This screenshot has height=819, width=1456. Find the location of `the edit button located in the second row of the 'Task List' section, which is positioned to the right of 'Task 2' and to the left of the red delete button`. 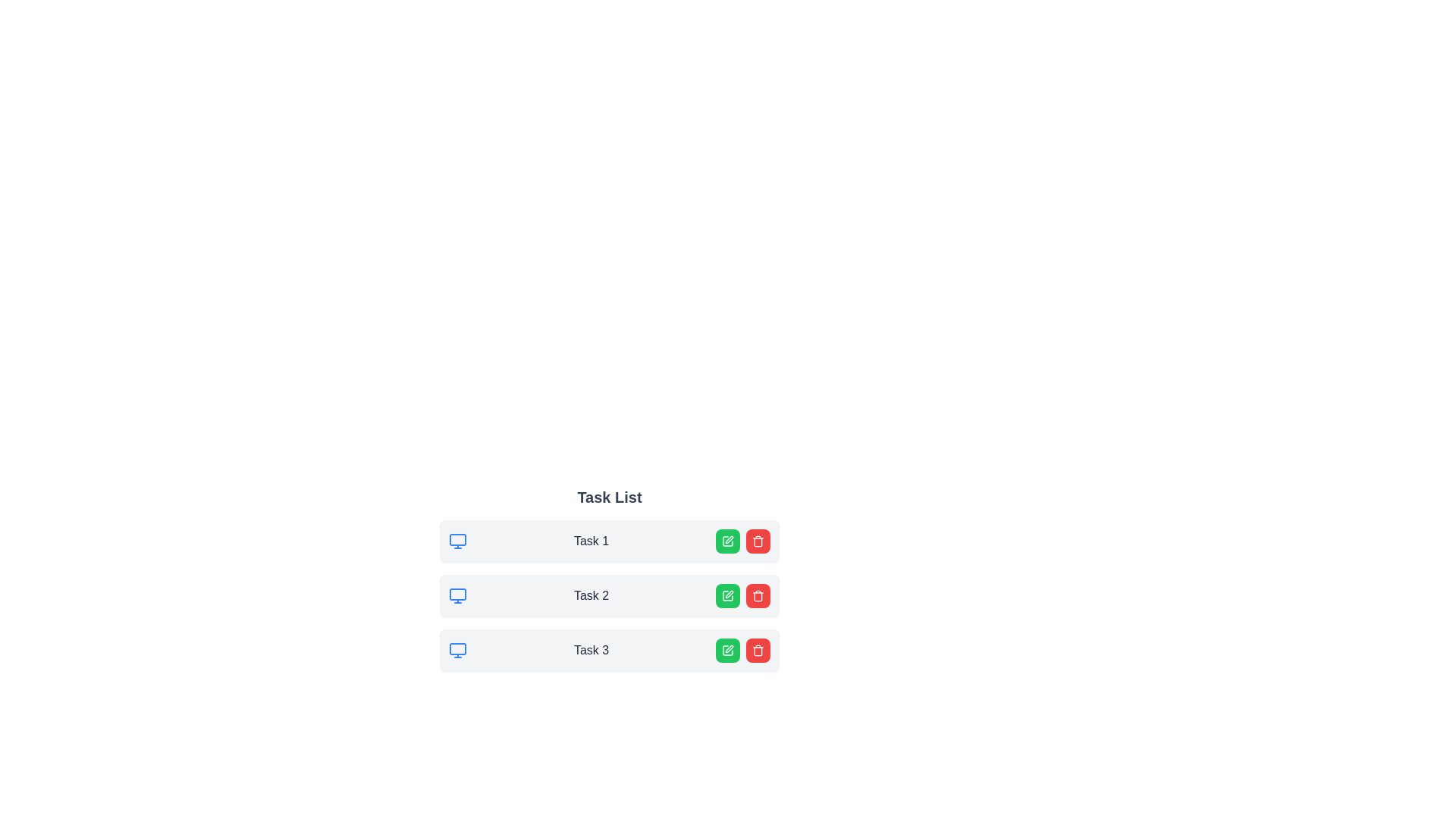

the edit button located in the second row of the 'Task List' section, which is positioned to the right of 'Task 2' and to the left of the red delete button is located at coordinates (728, 595).